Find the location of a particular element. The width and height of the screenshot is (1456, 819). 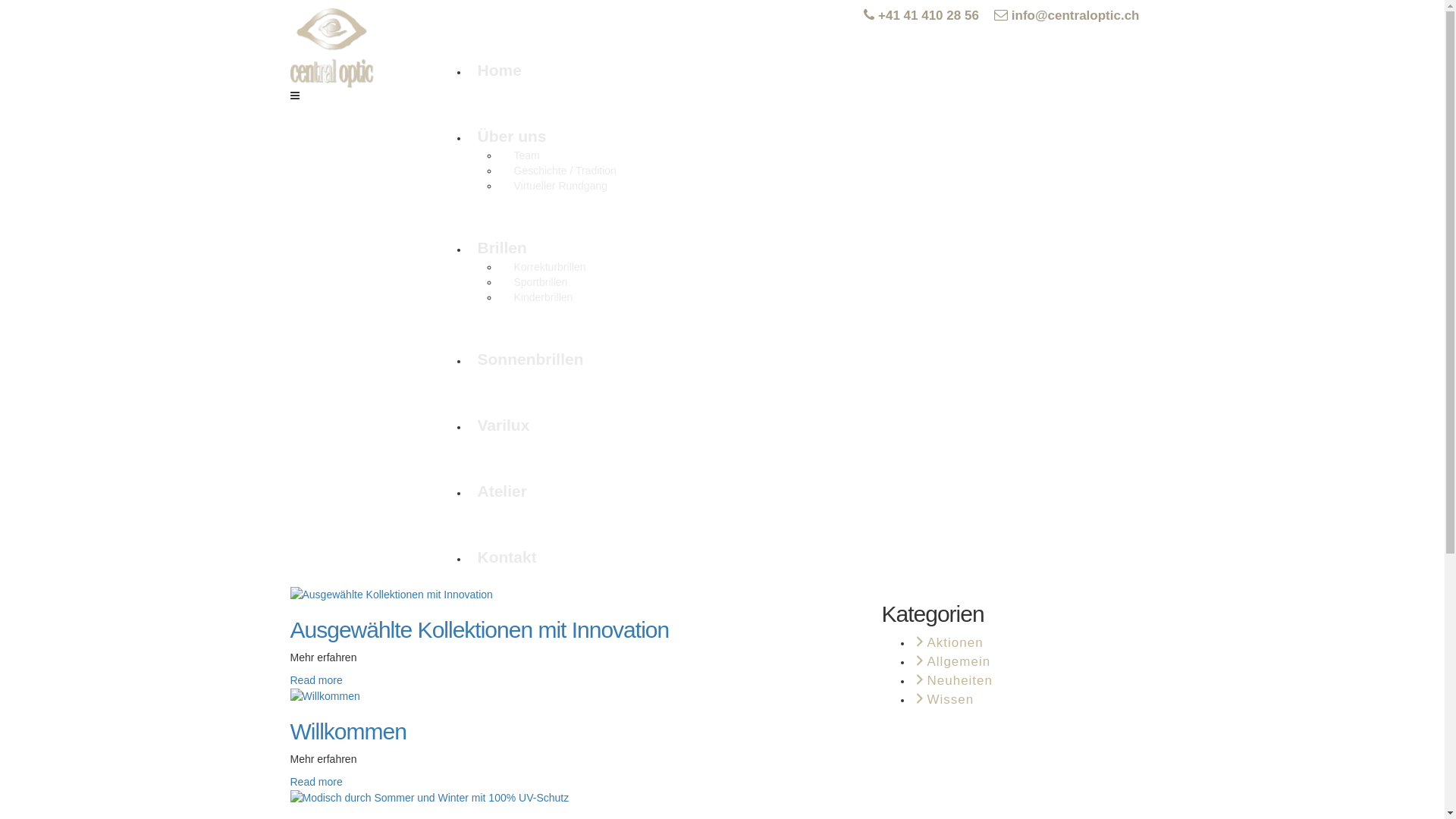

'Kontakt' is located at coordinates (507, 557).